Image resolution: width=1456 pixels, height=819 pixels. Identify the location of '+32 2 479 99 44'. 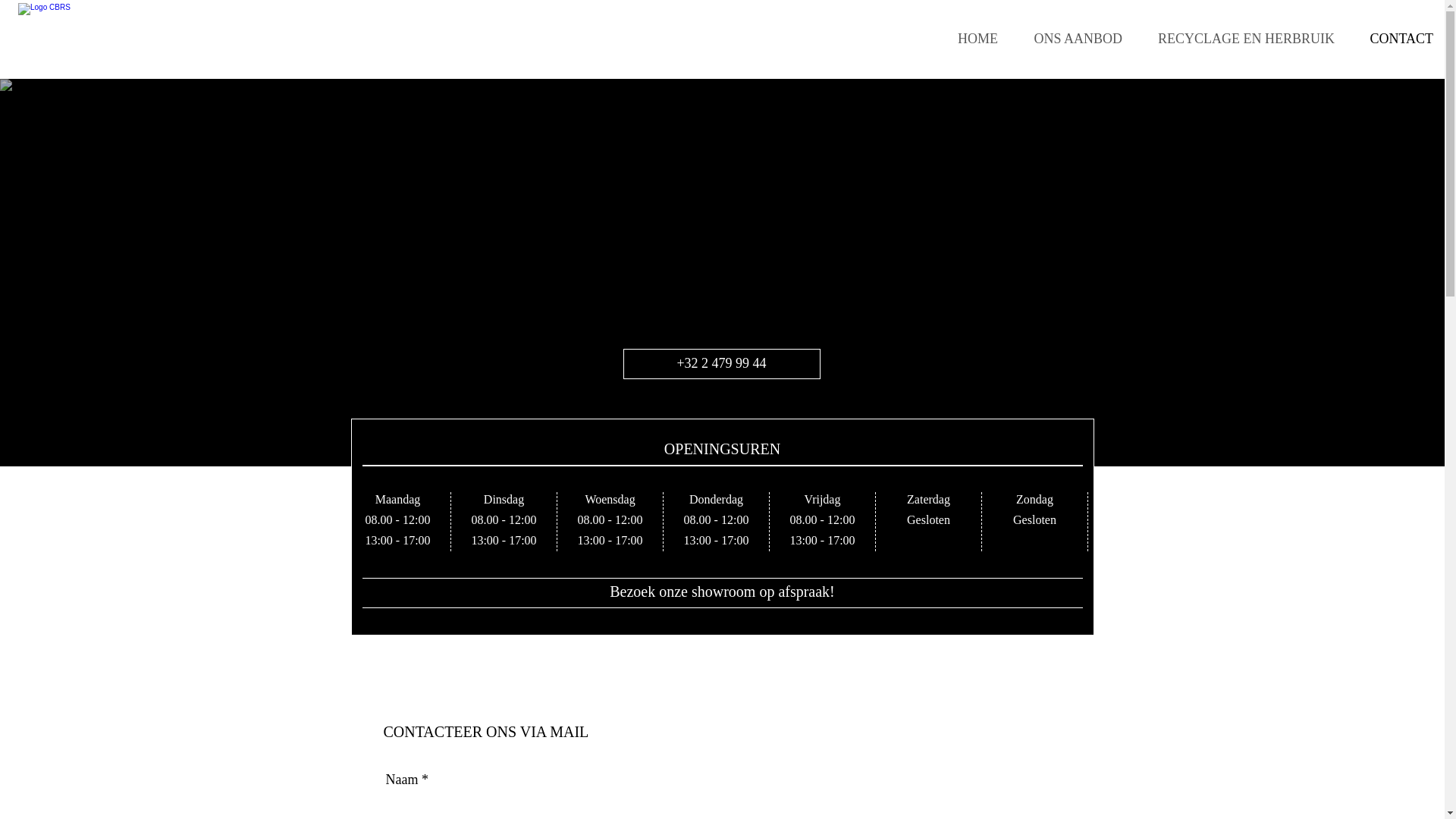
(720, 363).